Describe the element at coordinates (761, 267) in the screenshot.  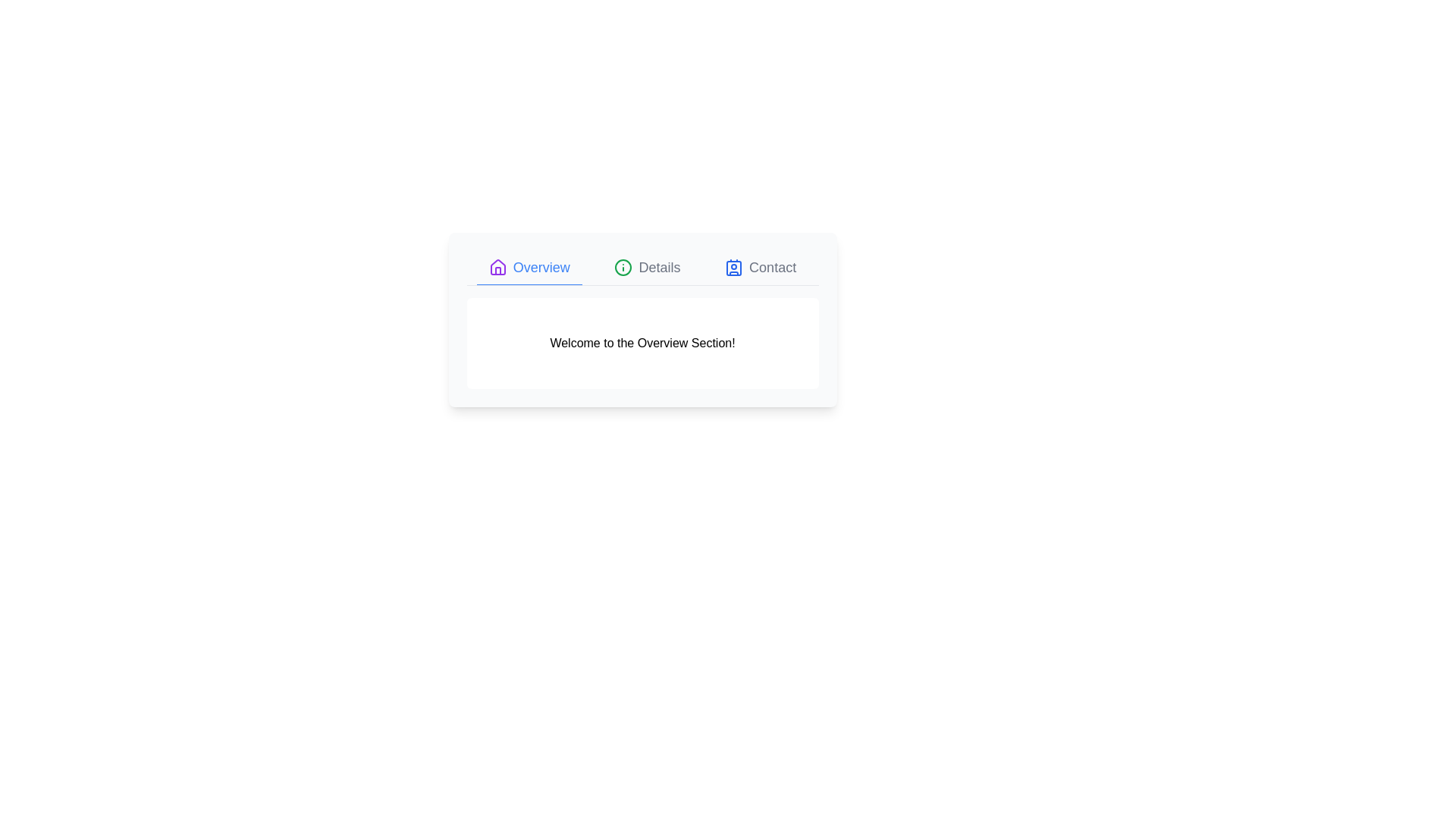
I see `the Contact tab to view its content` at that location.